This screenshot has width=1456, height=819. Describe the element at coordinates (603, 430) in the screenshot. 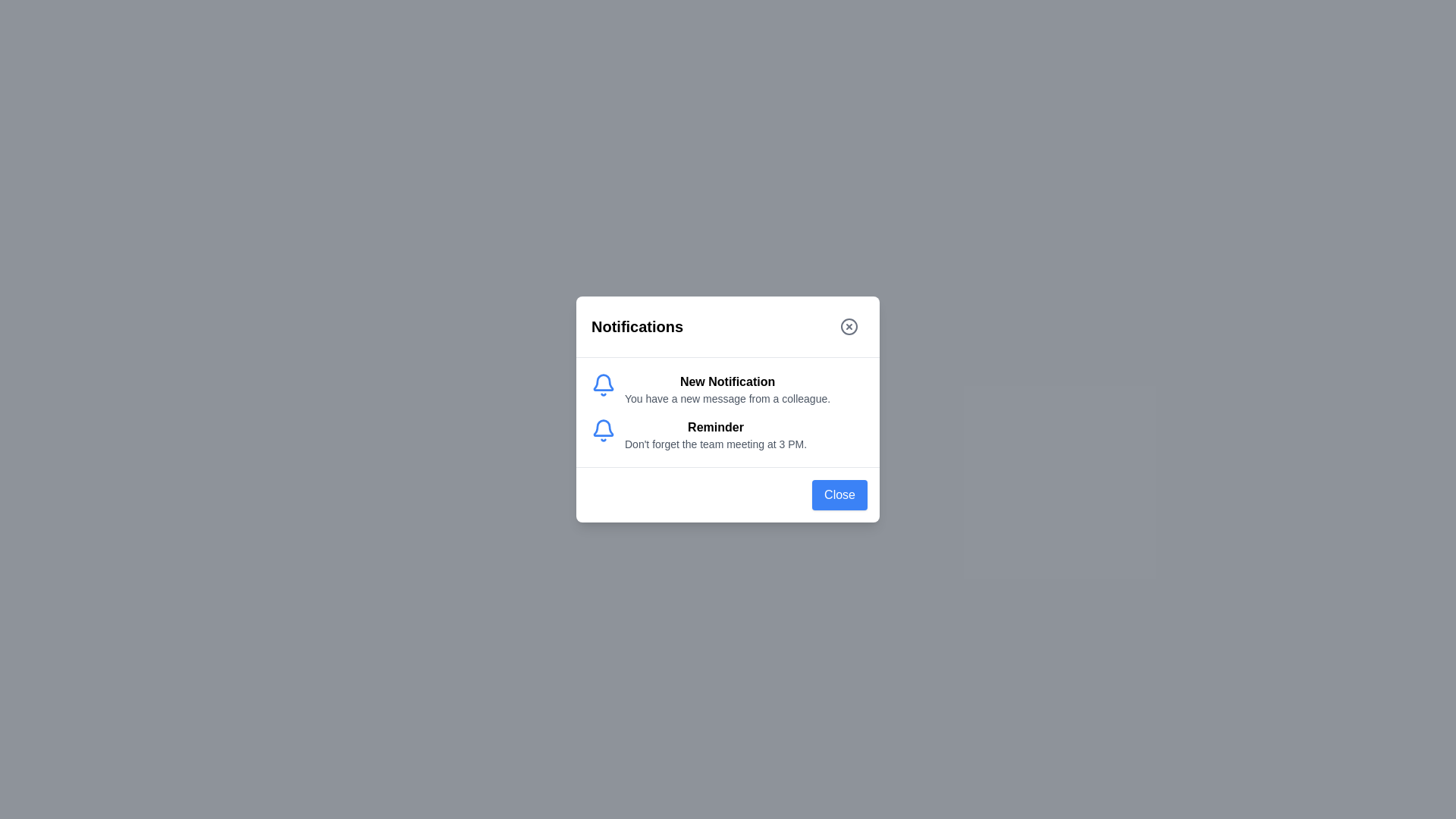

I see `the blue bell-shaped icon located in the notification card, immediately left of the 'New Notification' text` at that location.